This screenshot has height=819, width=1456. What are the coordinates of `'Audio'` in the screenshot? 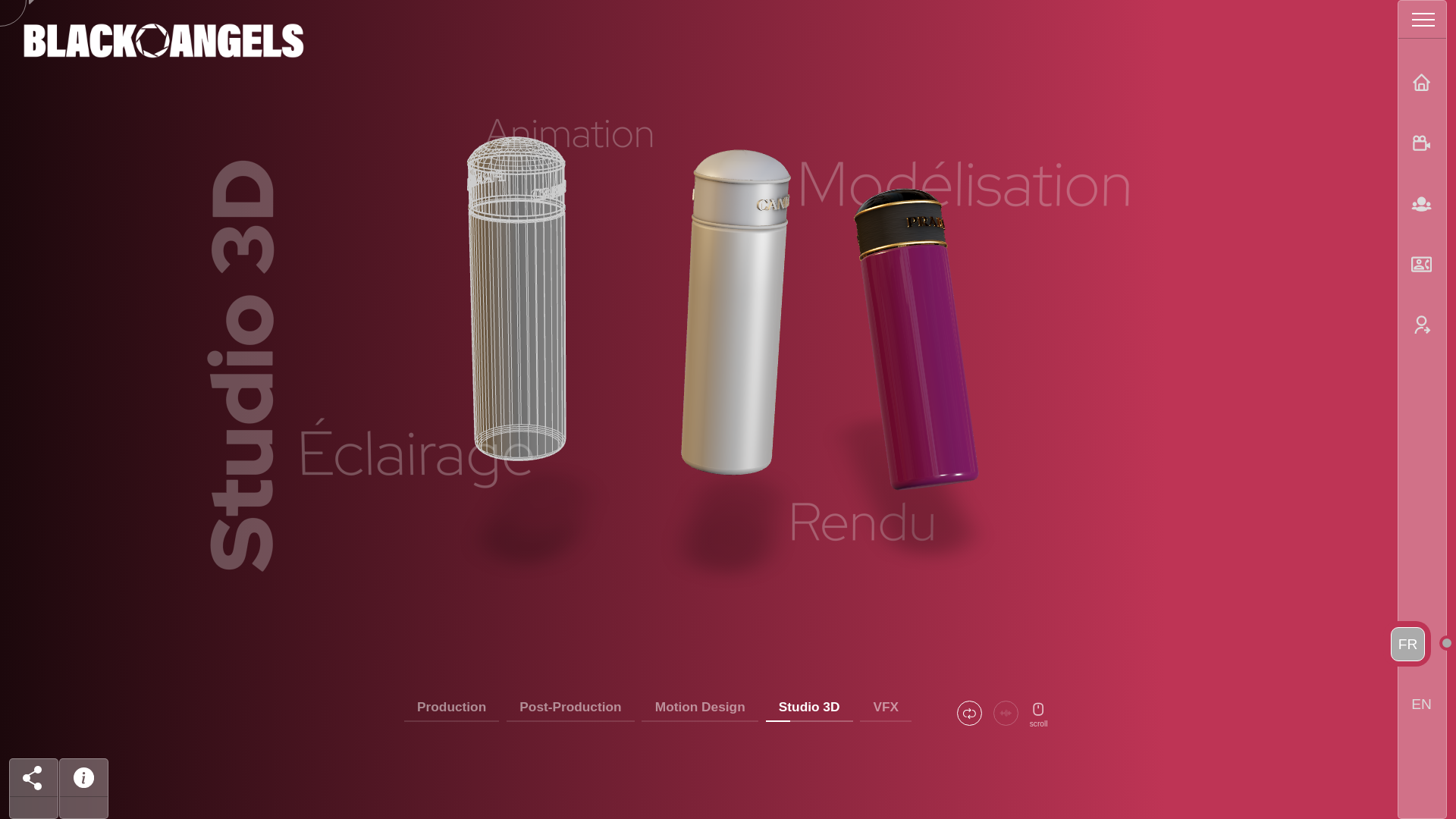 It's located at (1006, 713).